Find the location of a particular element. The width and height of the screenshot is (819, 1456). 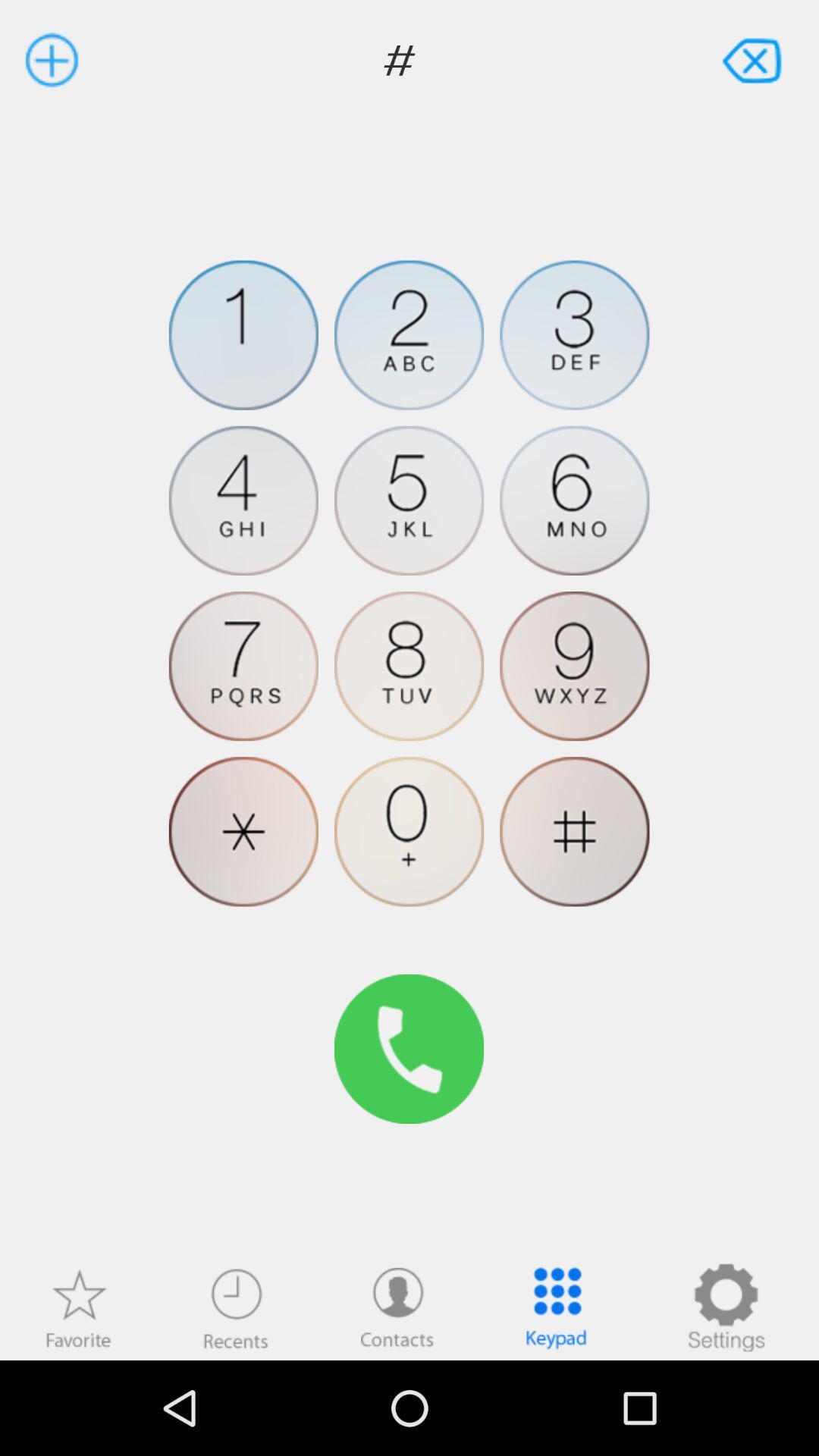

app below the # item is located at coordinates (78, 1307).